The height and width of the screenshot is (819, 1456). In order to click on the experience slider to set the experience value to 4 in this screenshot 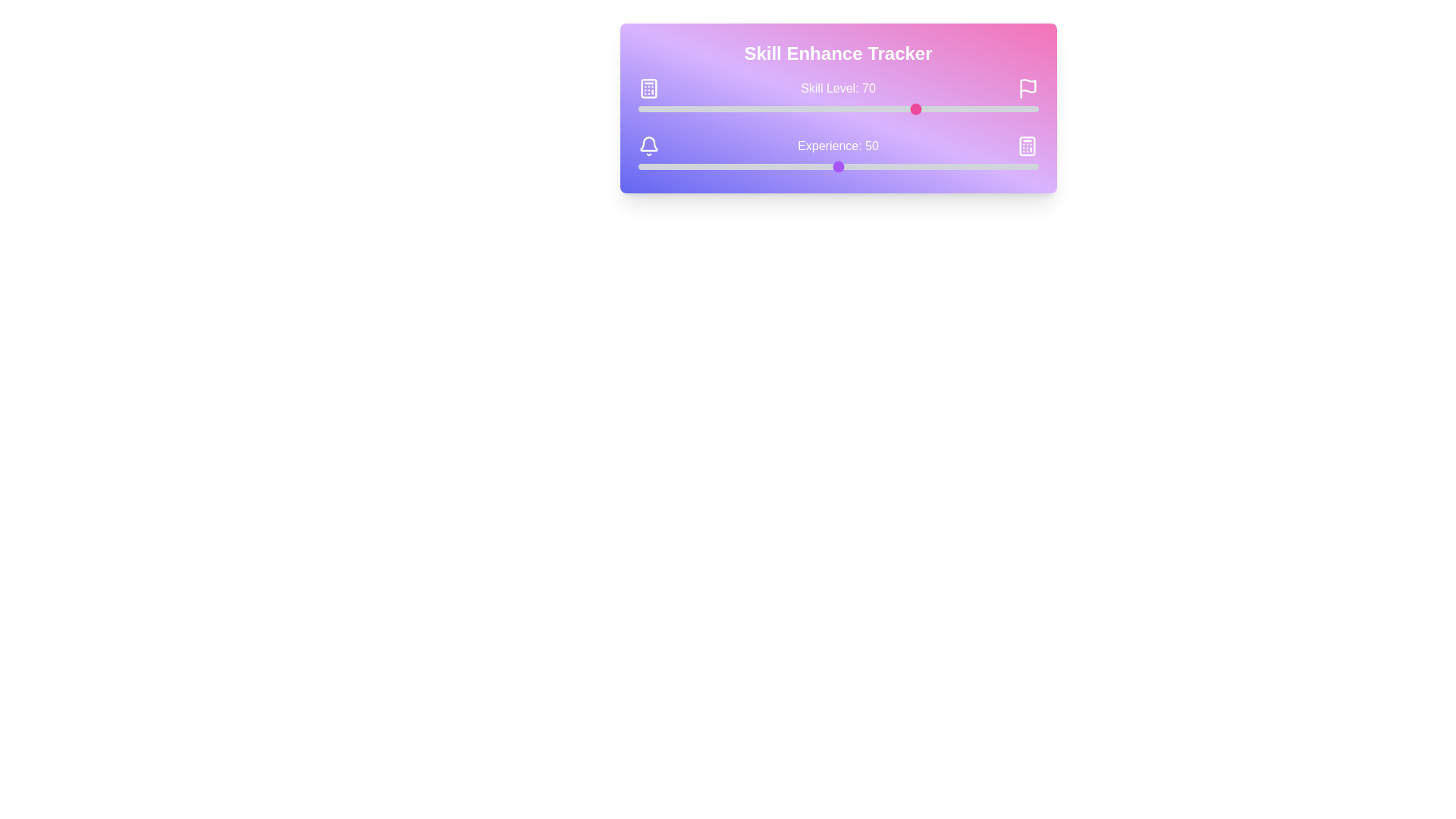, I will do `click(654, 166)`.